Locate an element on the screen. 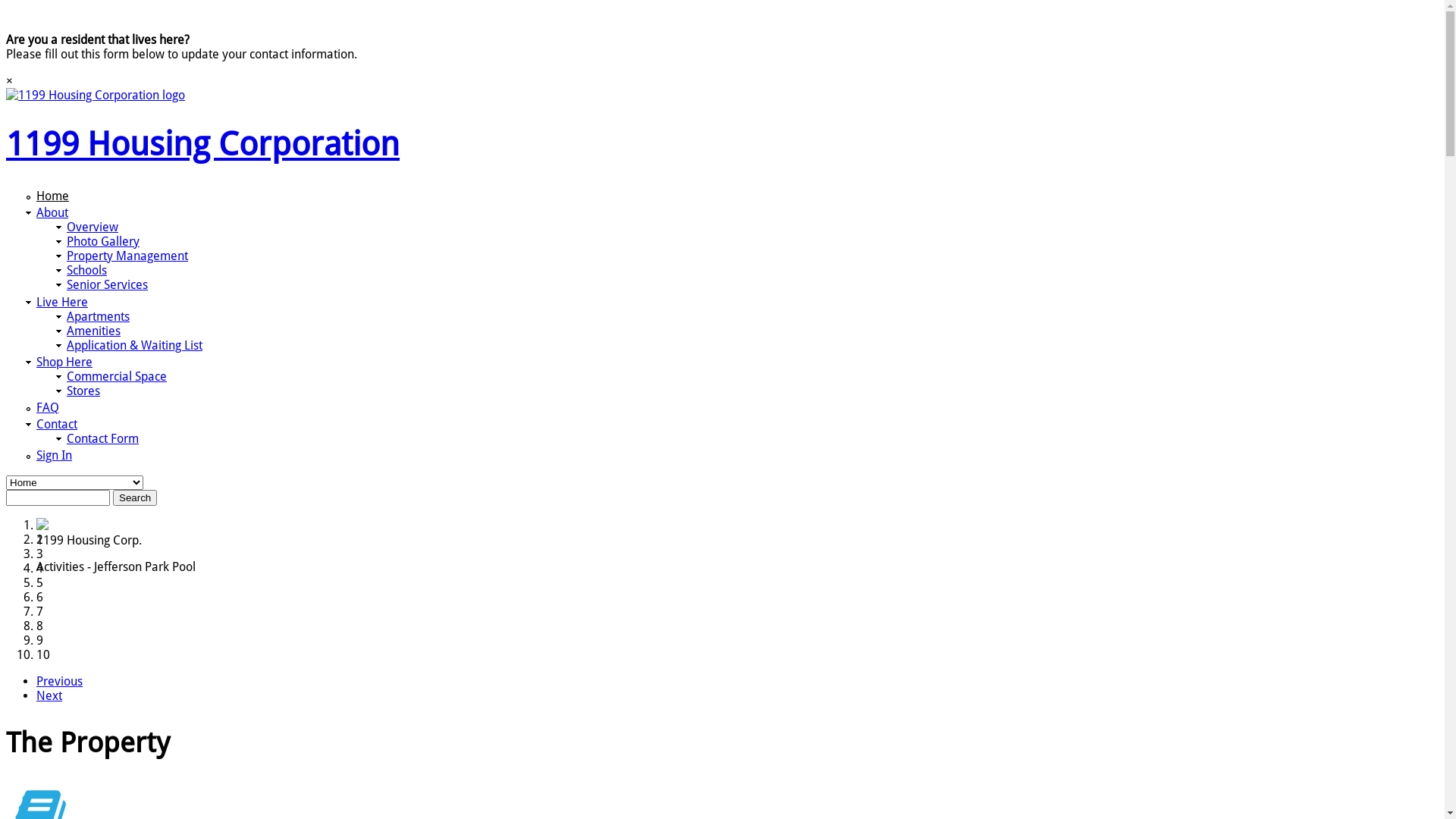 The height and width of the screenshot is (819, 1456). 'Next' is located at coordinates (49, 695).